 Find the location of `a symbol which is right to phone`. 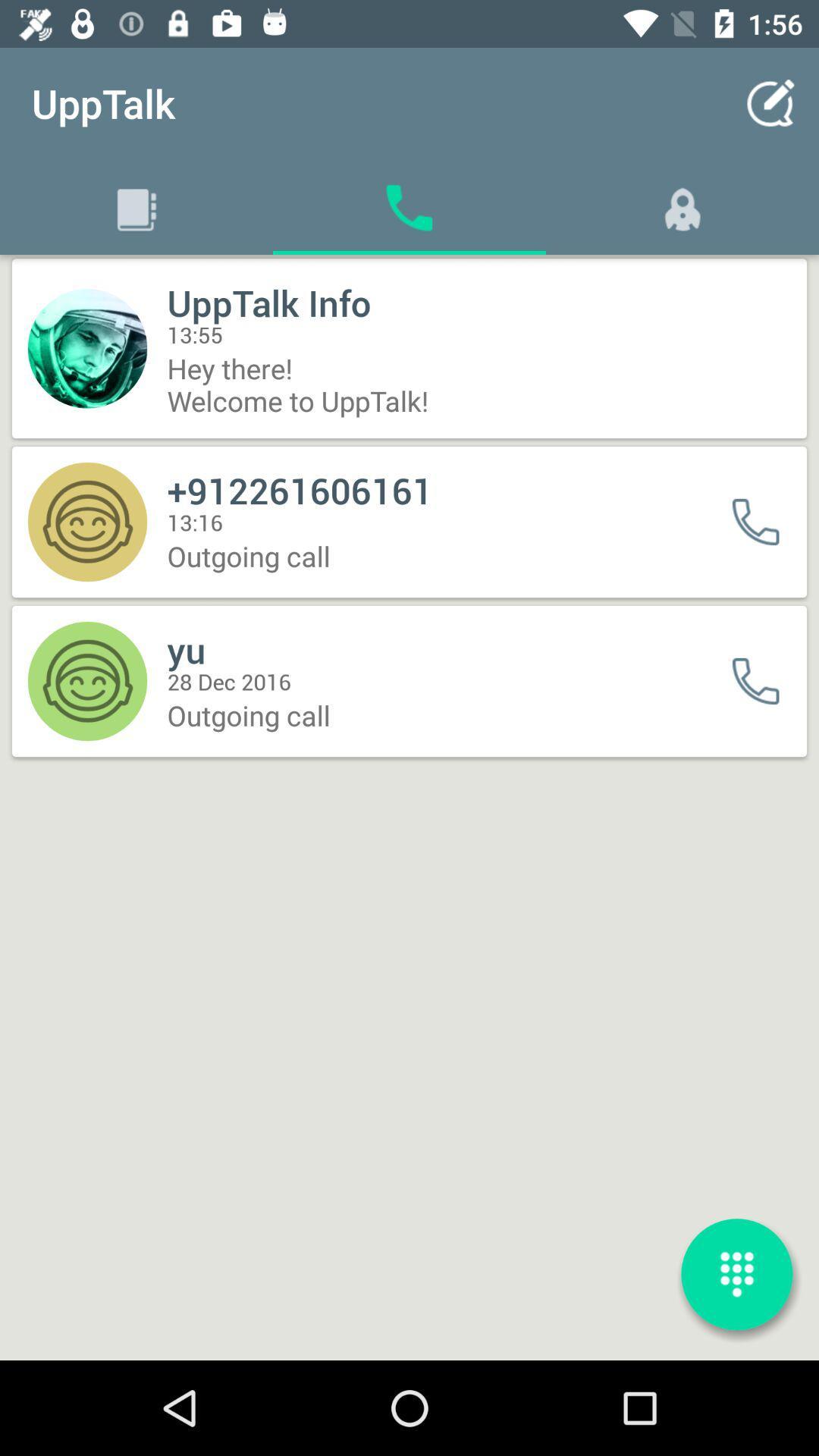

a symbol which is right to phone is located at coordinates (682, 206).